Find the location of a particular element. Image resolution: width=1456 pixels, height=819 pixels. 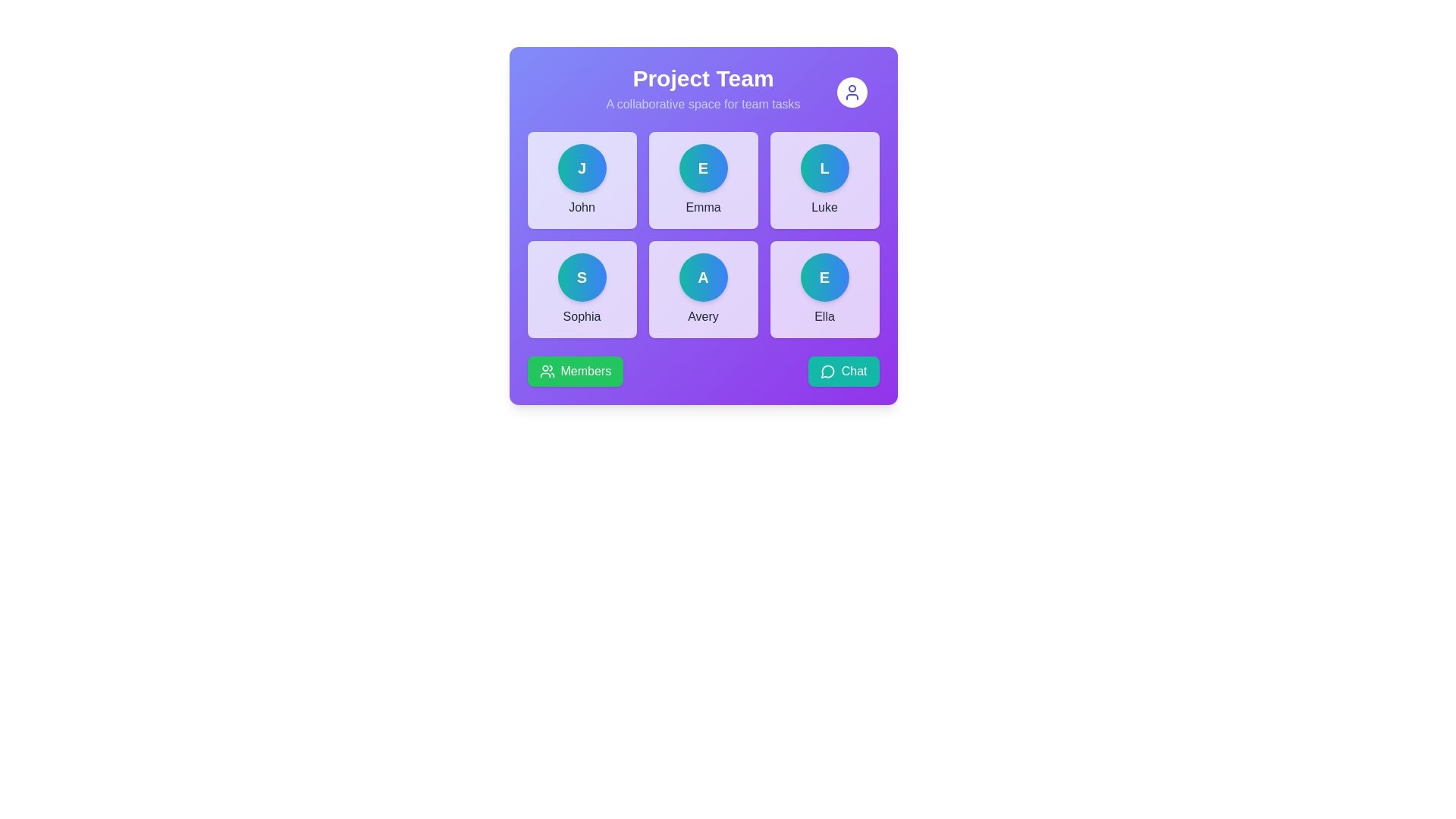

the team member icon located in the lower-left corner of the grid layout, specifically the first card in the second row of a 3x2 grid structure is located at coordinates (581, 289).